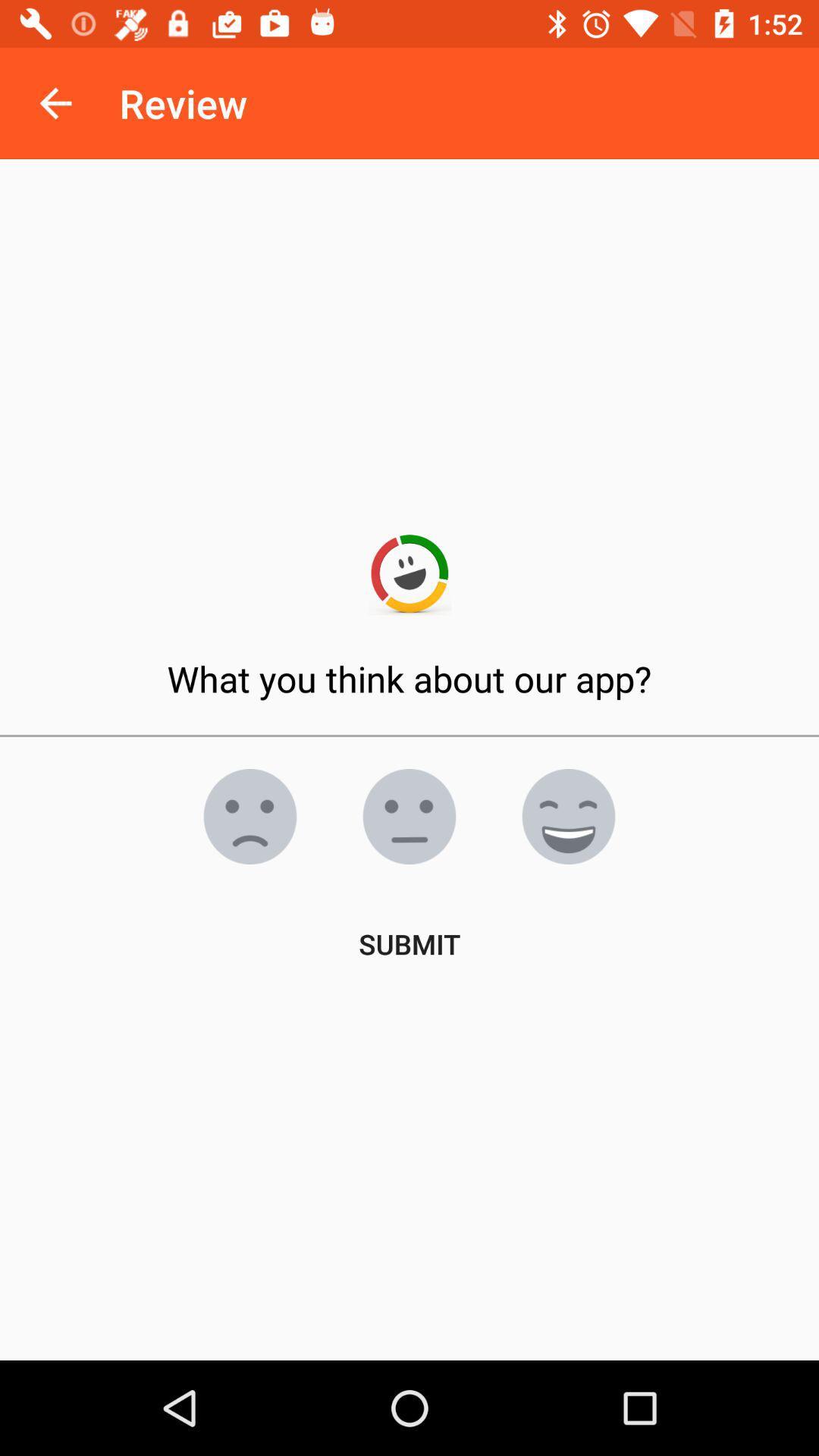 This screenshot has width=819, height=1456. Describe the element at coordinates (568, 815) in the screenshot. I see `the emoji icon` at that location.